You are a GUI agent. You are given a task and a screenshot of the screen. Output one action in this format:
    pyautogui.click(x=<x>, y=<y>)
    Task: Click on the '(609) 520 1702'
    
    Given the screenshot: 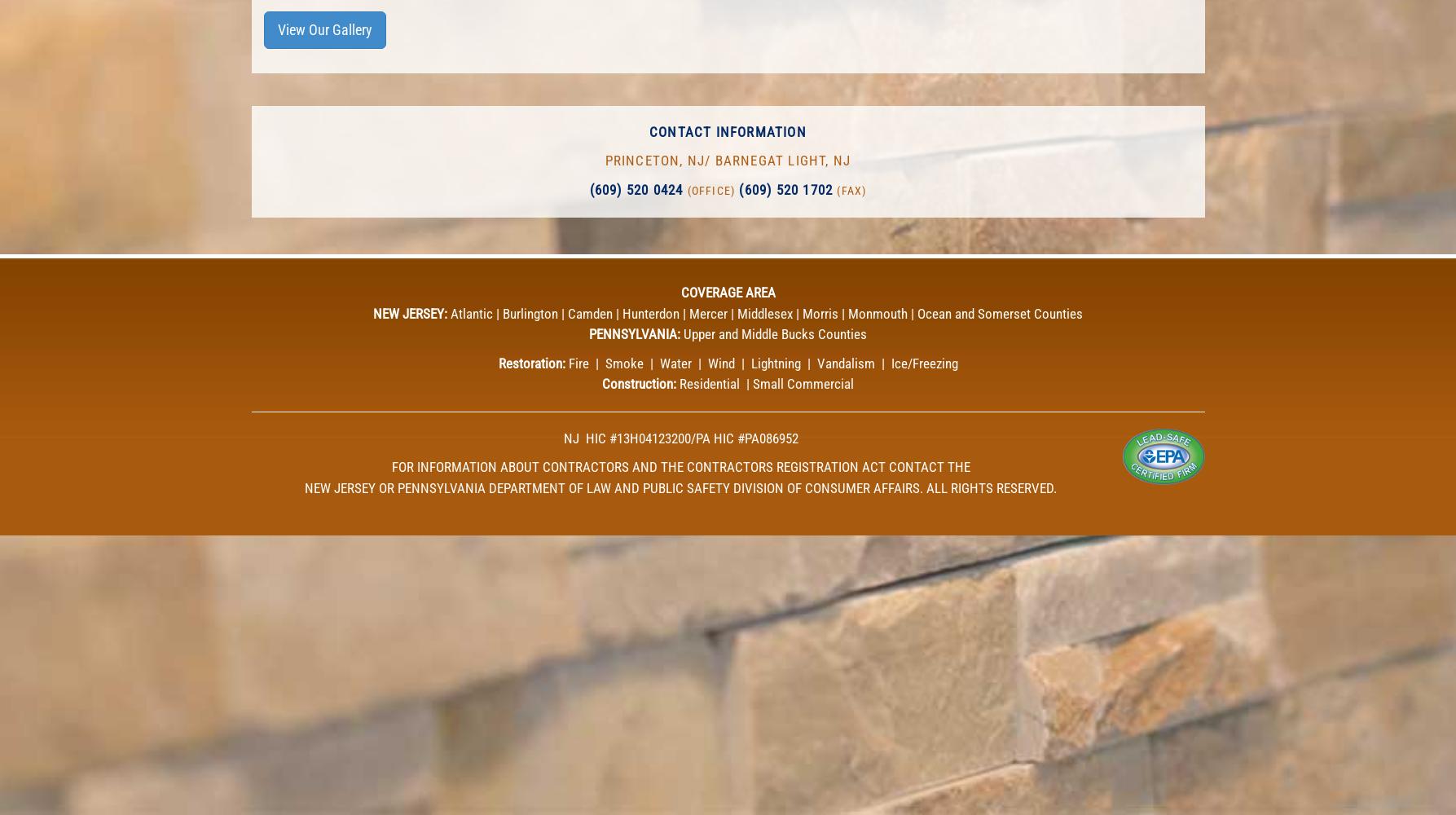 What is the action you would take?
    pyautogui.click(x=785, y=188)
    